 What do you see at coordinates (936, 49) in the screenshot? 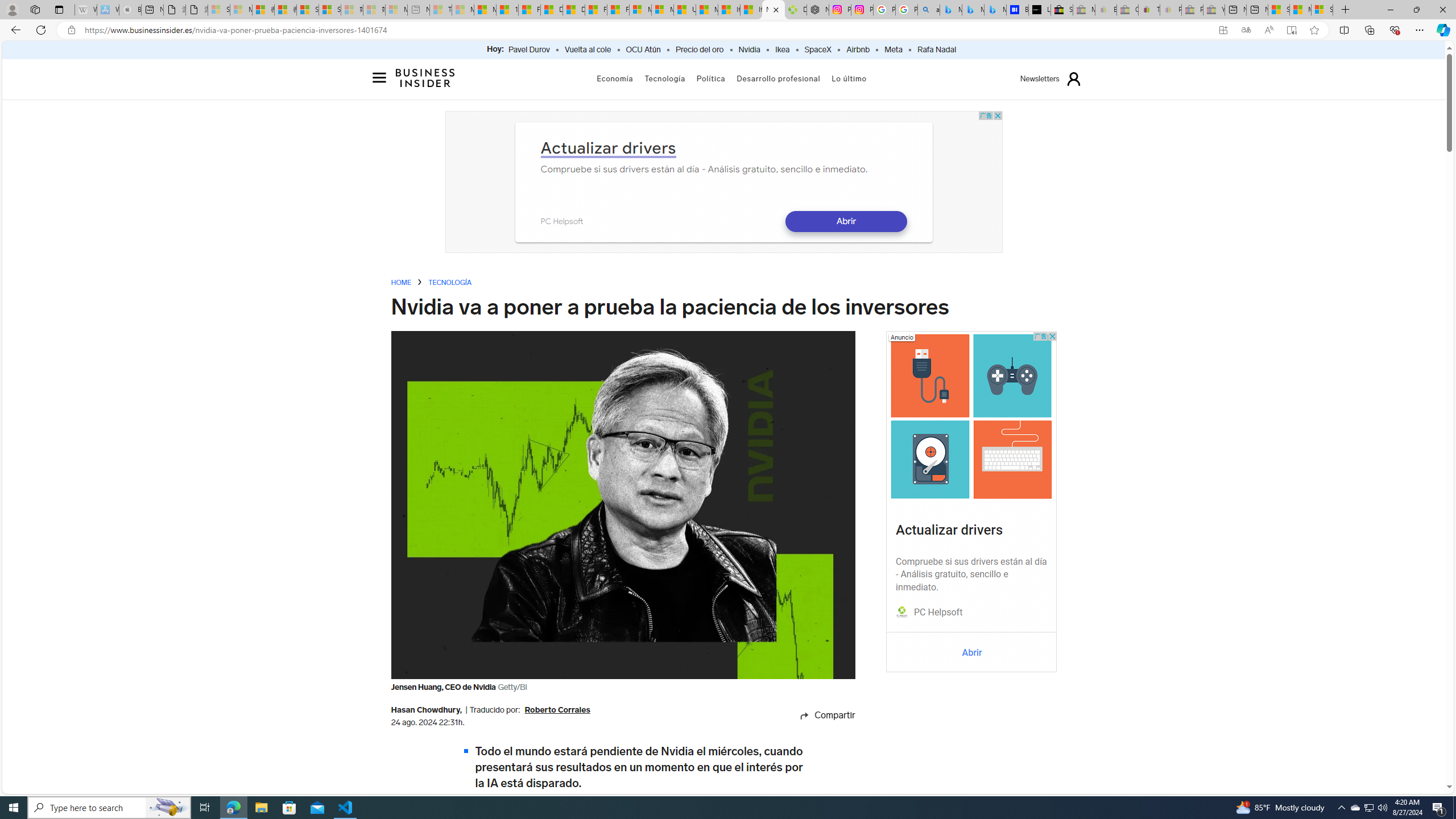
I see `'Rafa Nadal'` at bounding box center [936, 49].